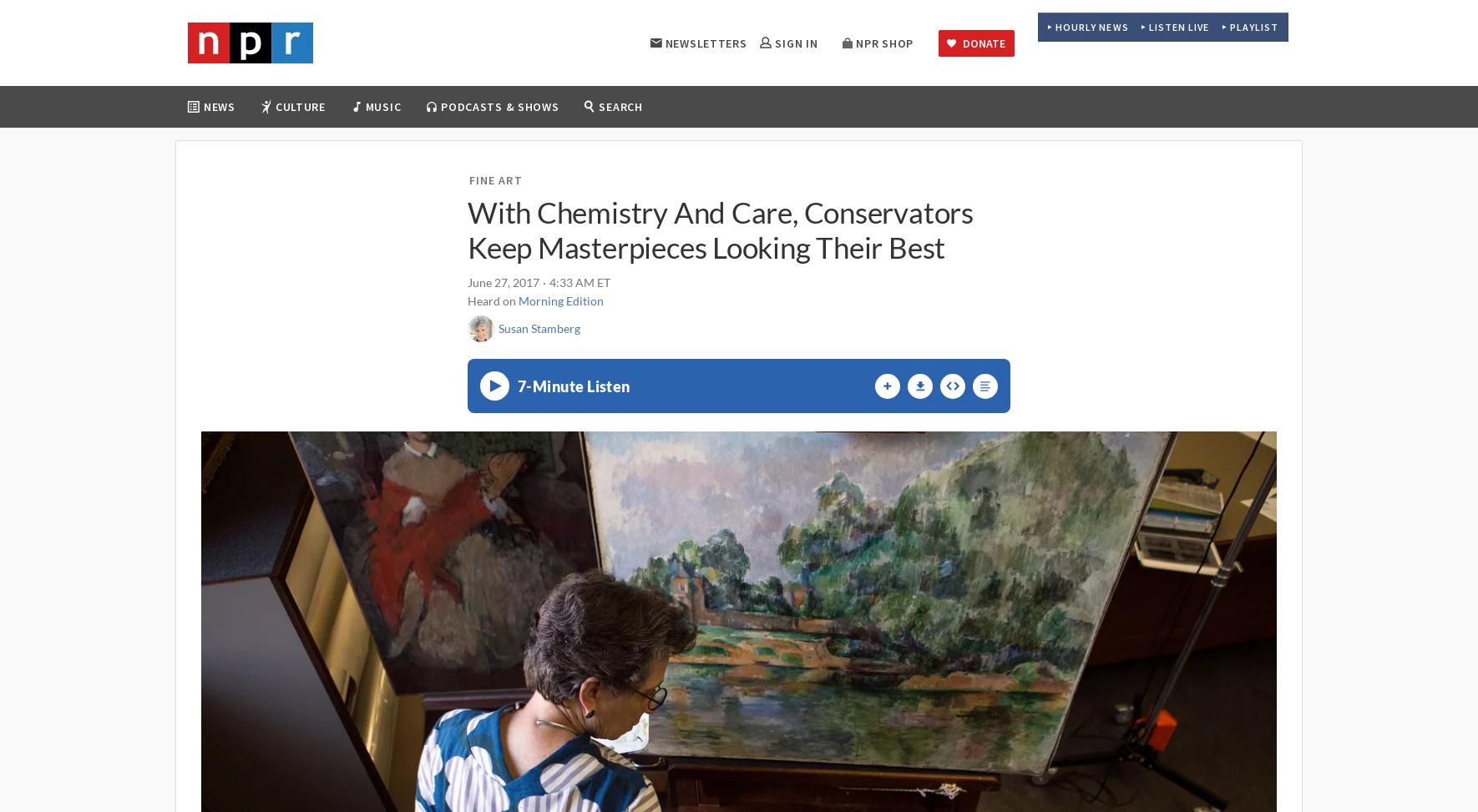 Image resolution: width=1478 pixels, height=812 pixels. What do you see at coordinates (283, 197) in the screenshot?
I see `'Business'` at bounding box center [283, 197].